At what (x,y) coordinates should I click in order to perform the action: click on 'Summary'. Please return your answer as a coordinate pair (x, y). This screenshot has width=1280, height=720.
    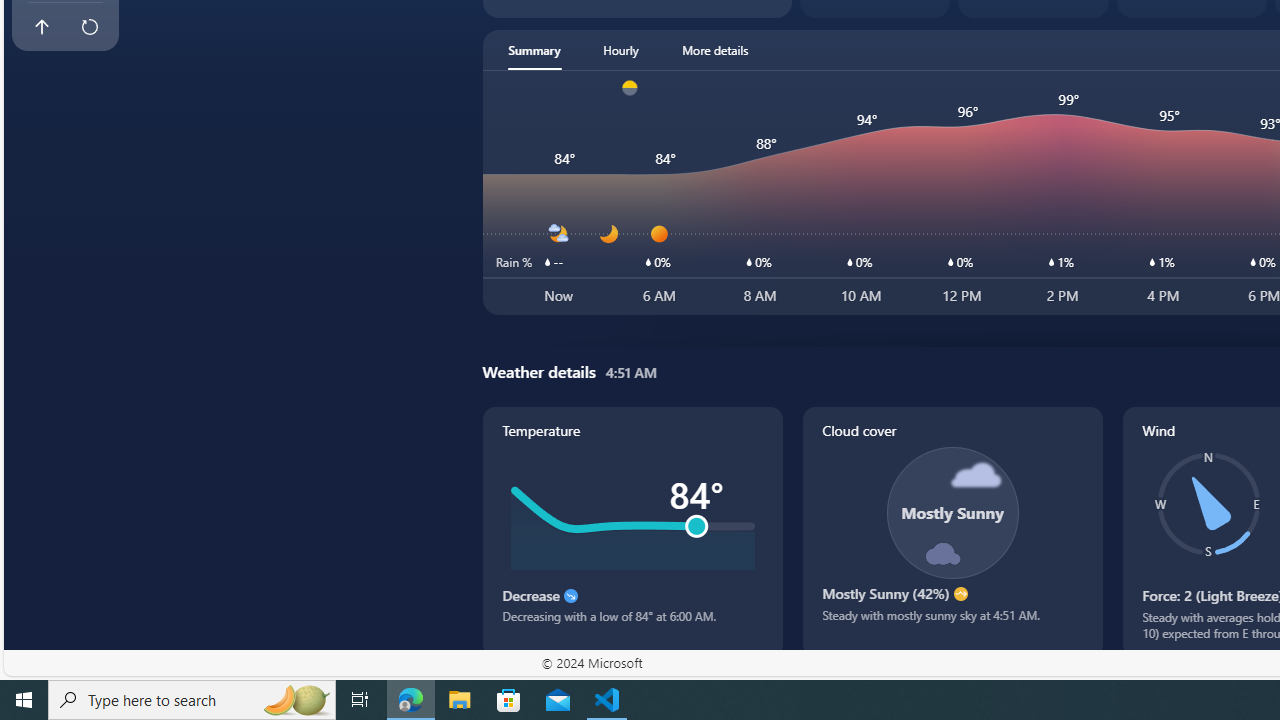
    Looking at the image, I should click on (534, 49).